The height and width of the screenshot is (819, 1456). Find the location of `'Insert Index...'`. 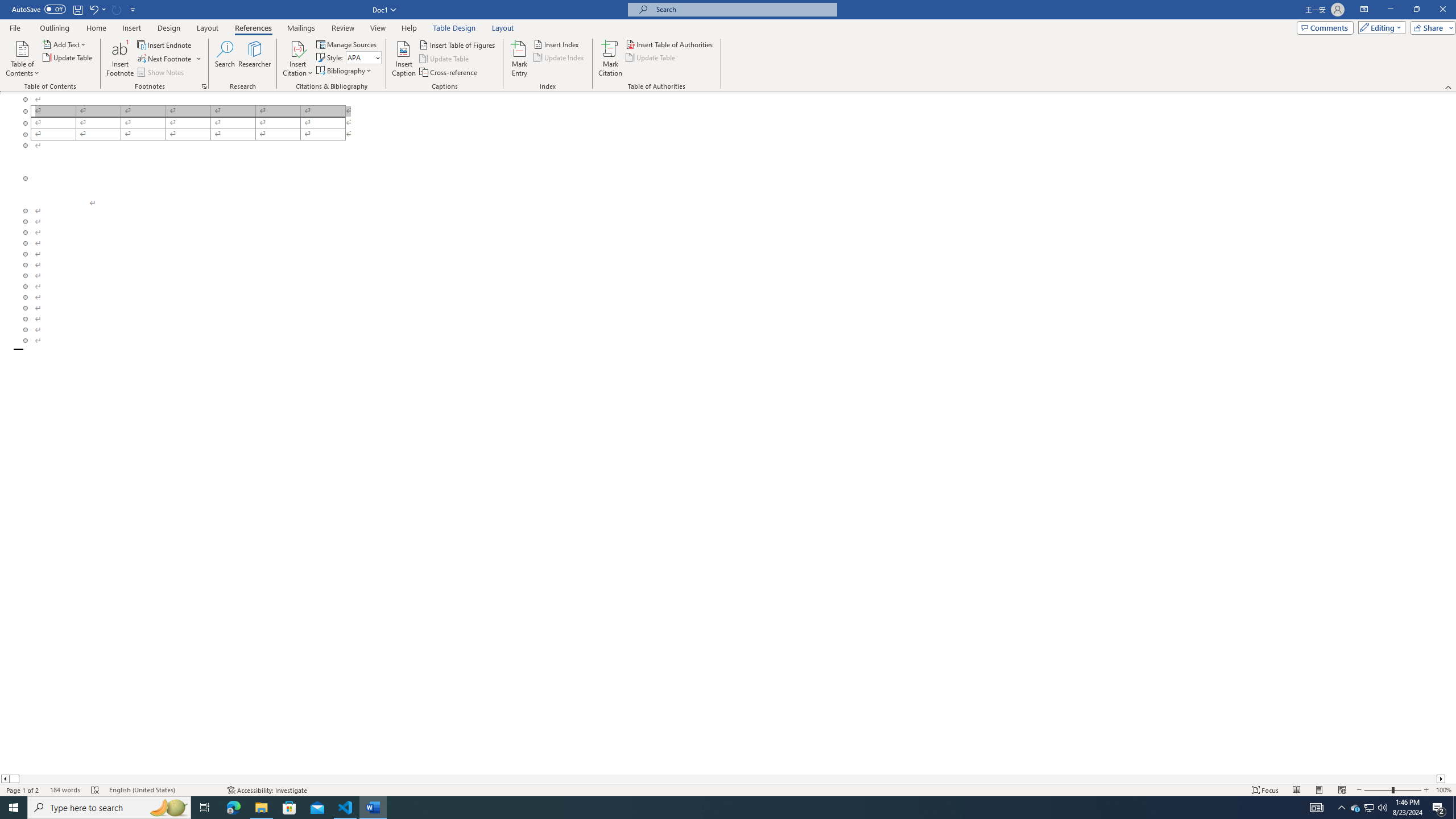

'Insert Index...' is located at coordinates (556, 44).